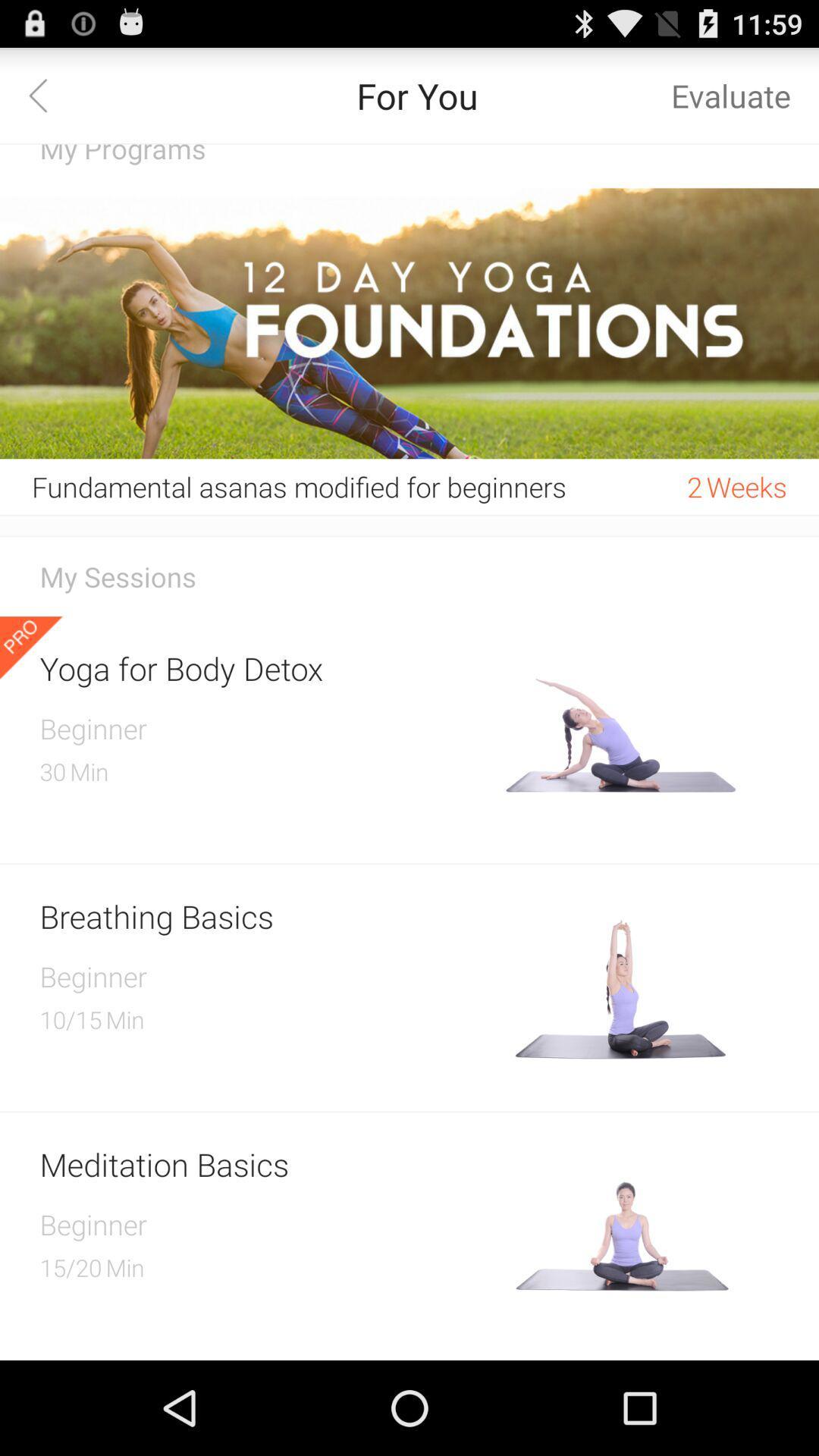  Describe the element at coordinates (409, 536) in the screenshot. I see `the icon above my sessions icon` at that location.